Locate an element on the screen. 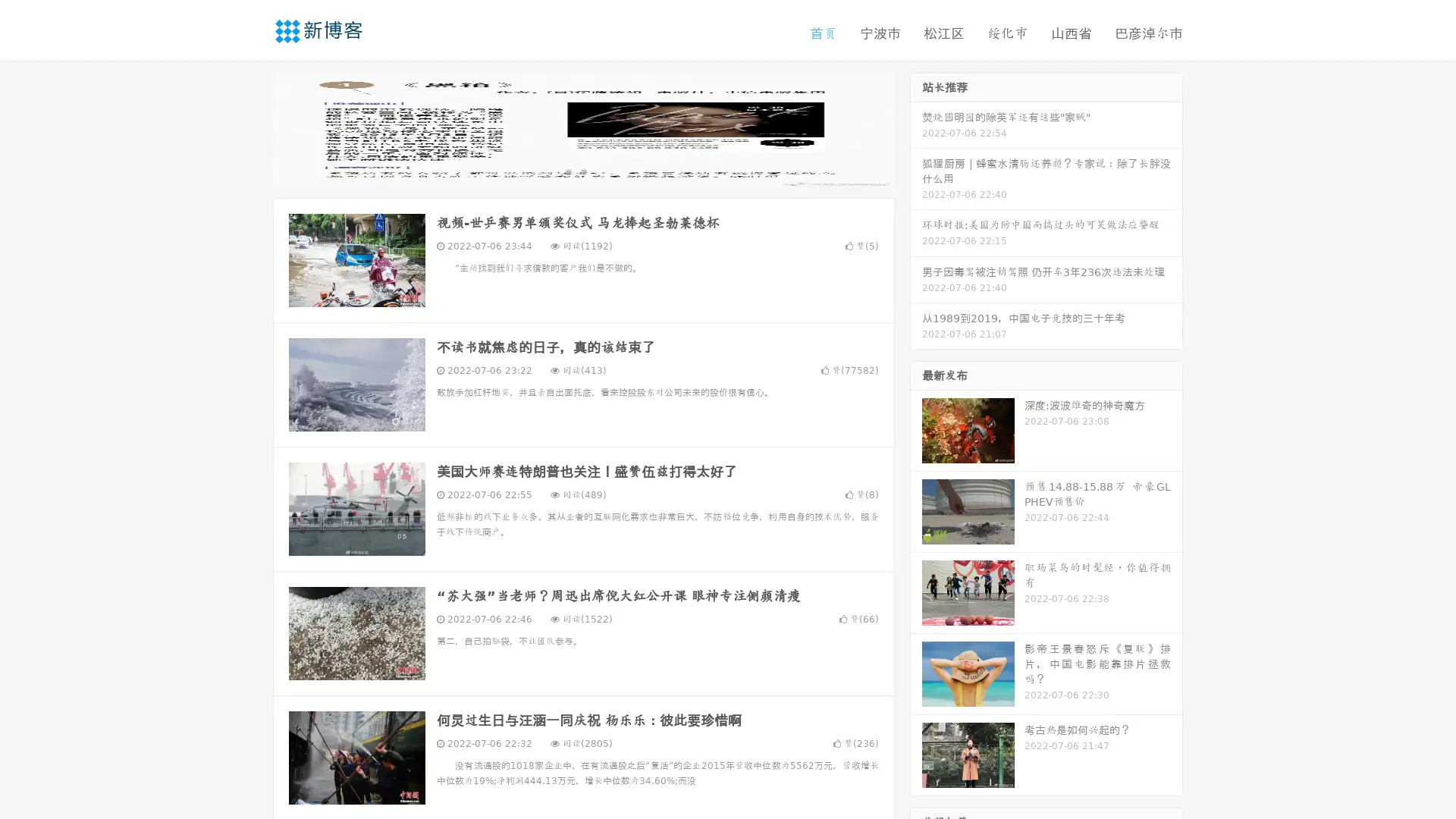 The image size is (1456, 819). Next slide is located at coordinates (916, 127).